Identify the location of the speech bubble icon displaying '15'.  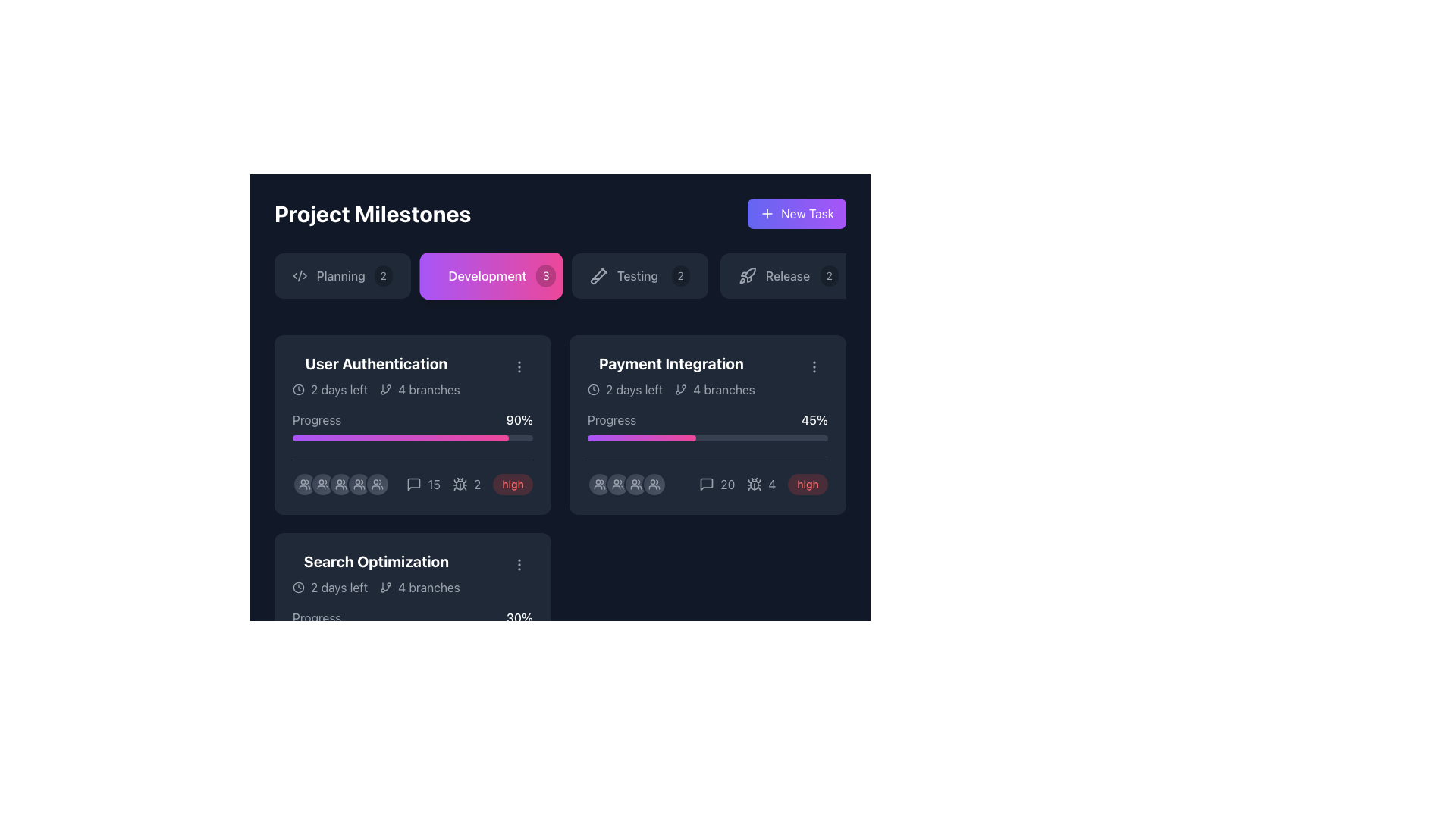
(413, 478).